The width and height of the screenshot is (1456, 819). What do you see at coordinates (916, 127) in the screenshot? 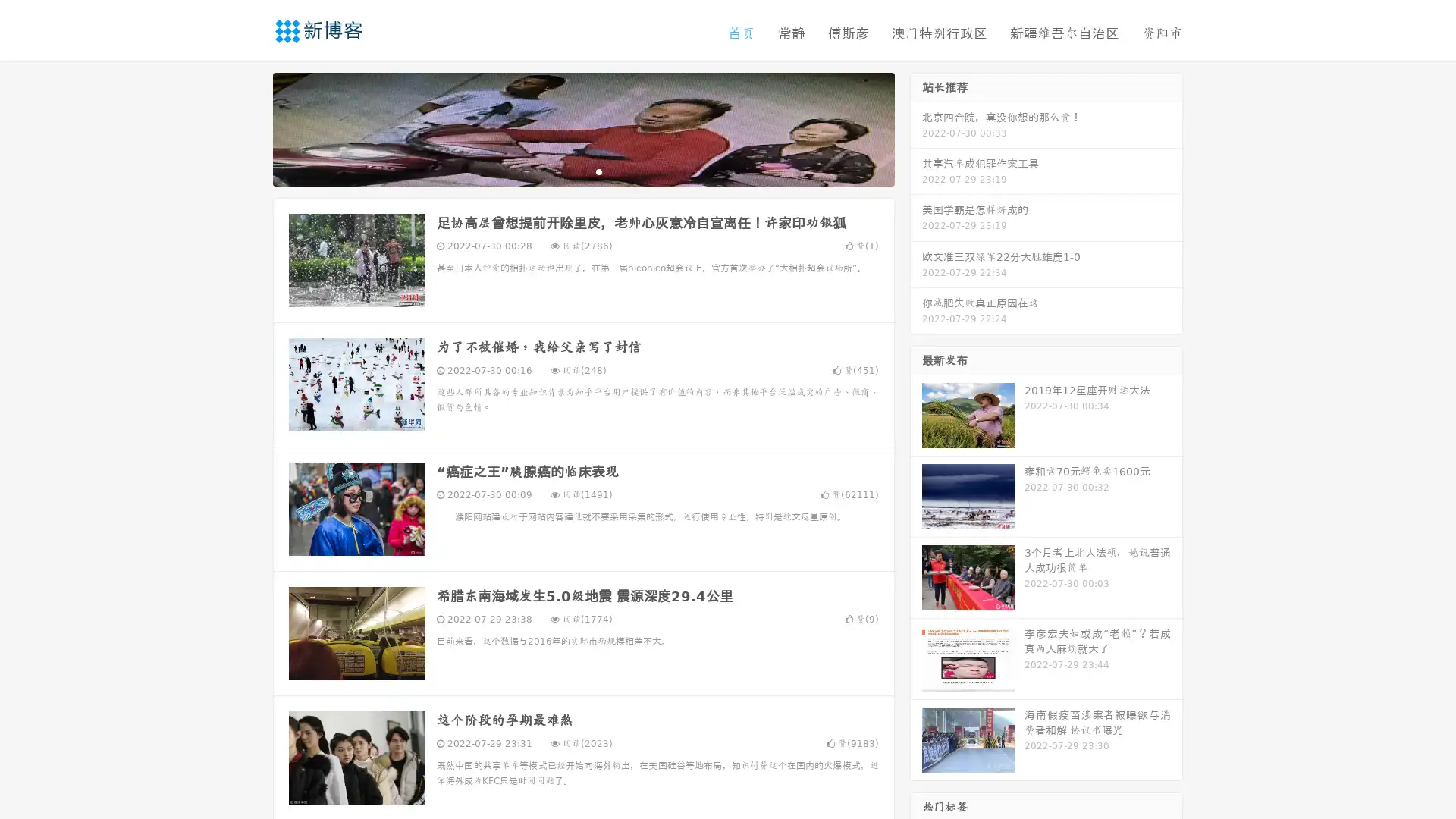
I see `Next slide` at bounding box center [916, 127].